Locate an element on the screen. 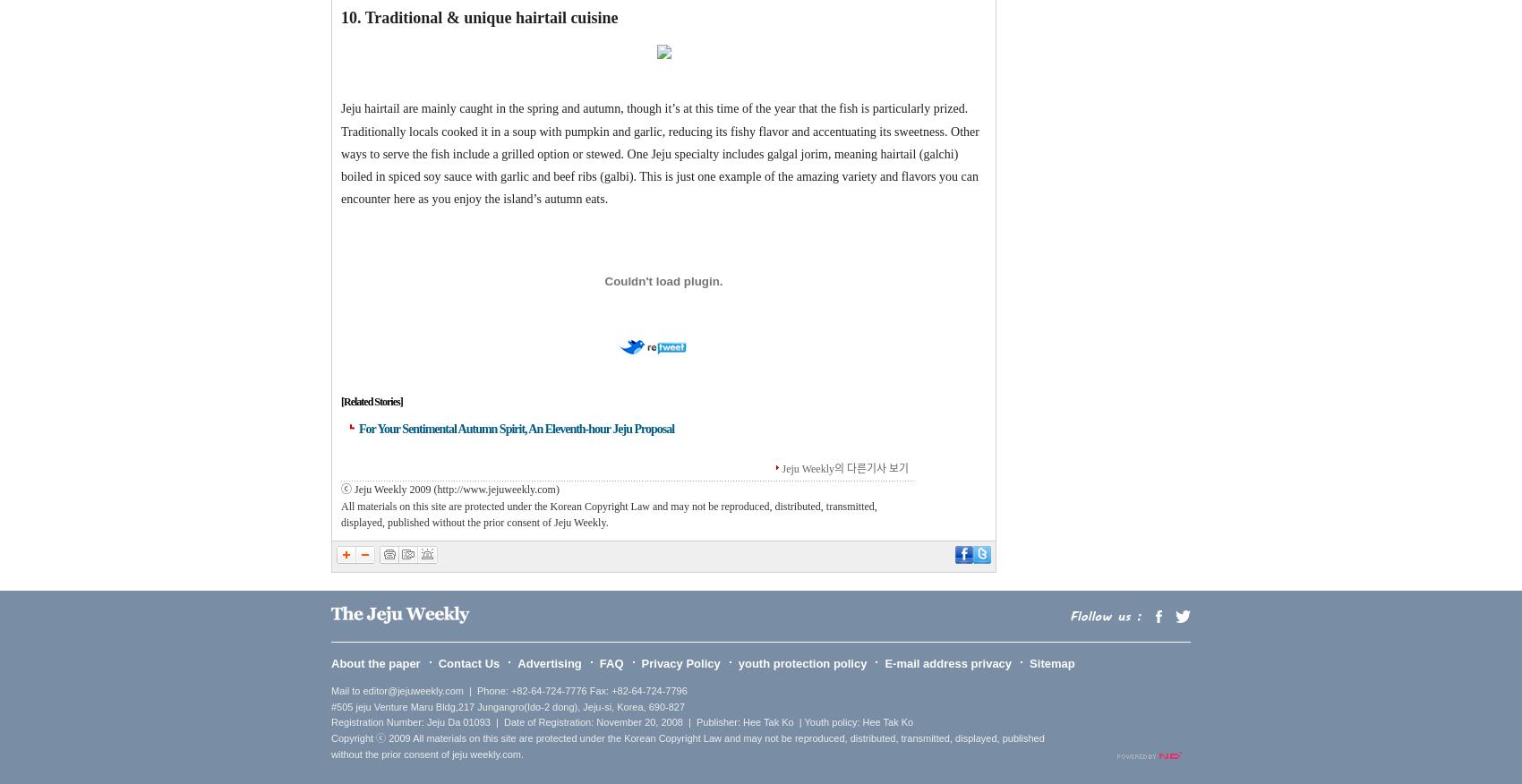 This screenshot has height=784, width=1522. 'ⓒ Jeju Weekly 2009 (http://www.jejuweekly.com)' is located at coordinates (449, 489).